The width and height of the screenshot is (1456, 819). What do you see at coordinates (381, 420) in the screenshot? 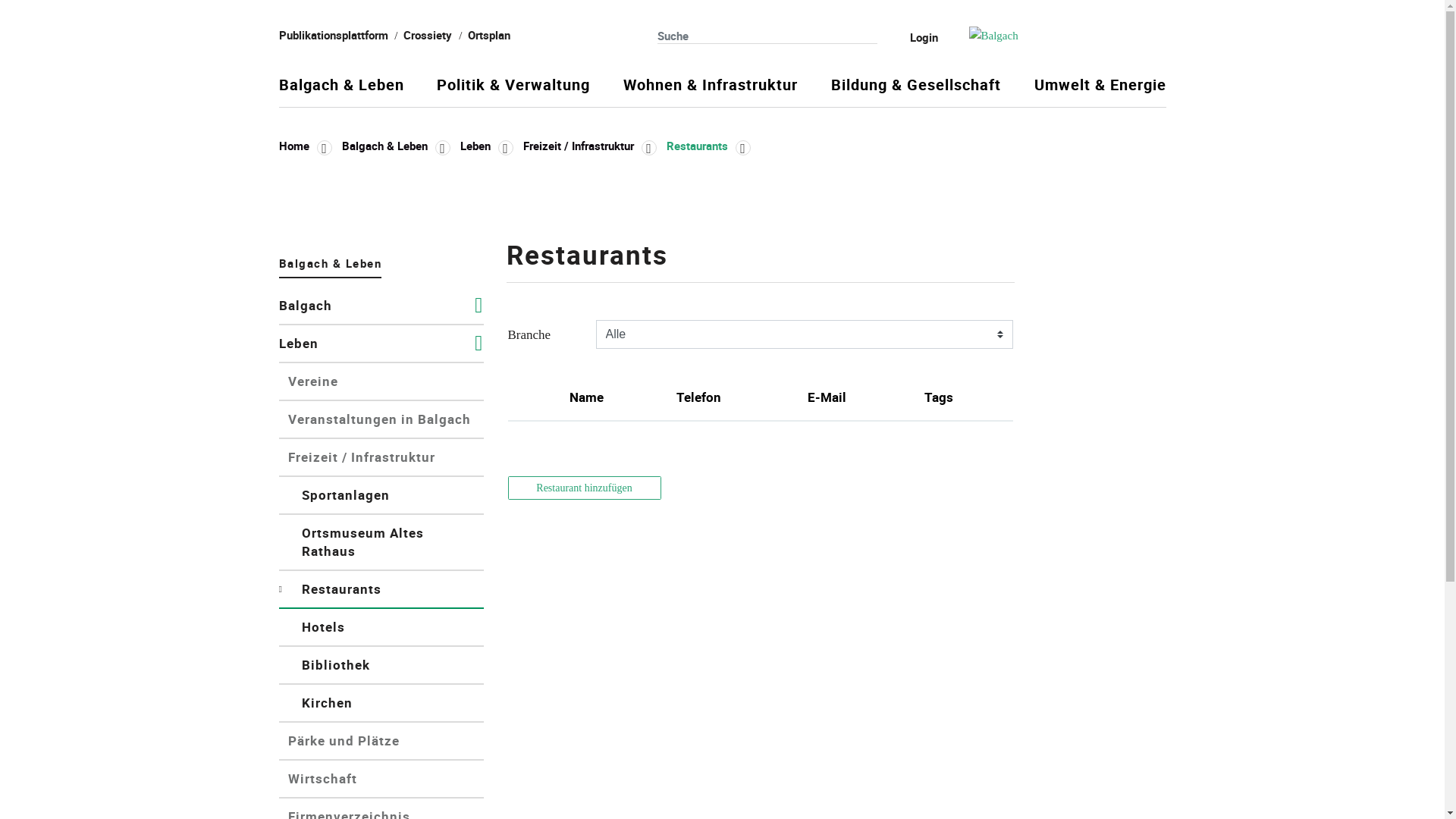
I see `'Veranstaltungen in Balgach'` at bounding box center [381, 420].